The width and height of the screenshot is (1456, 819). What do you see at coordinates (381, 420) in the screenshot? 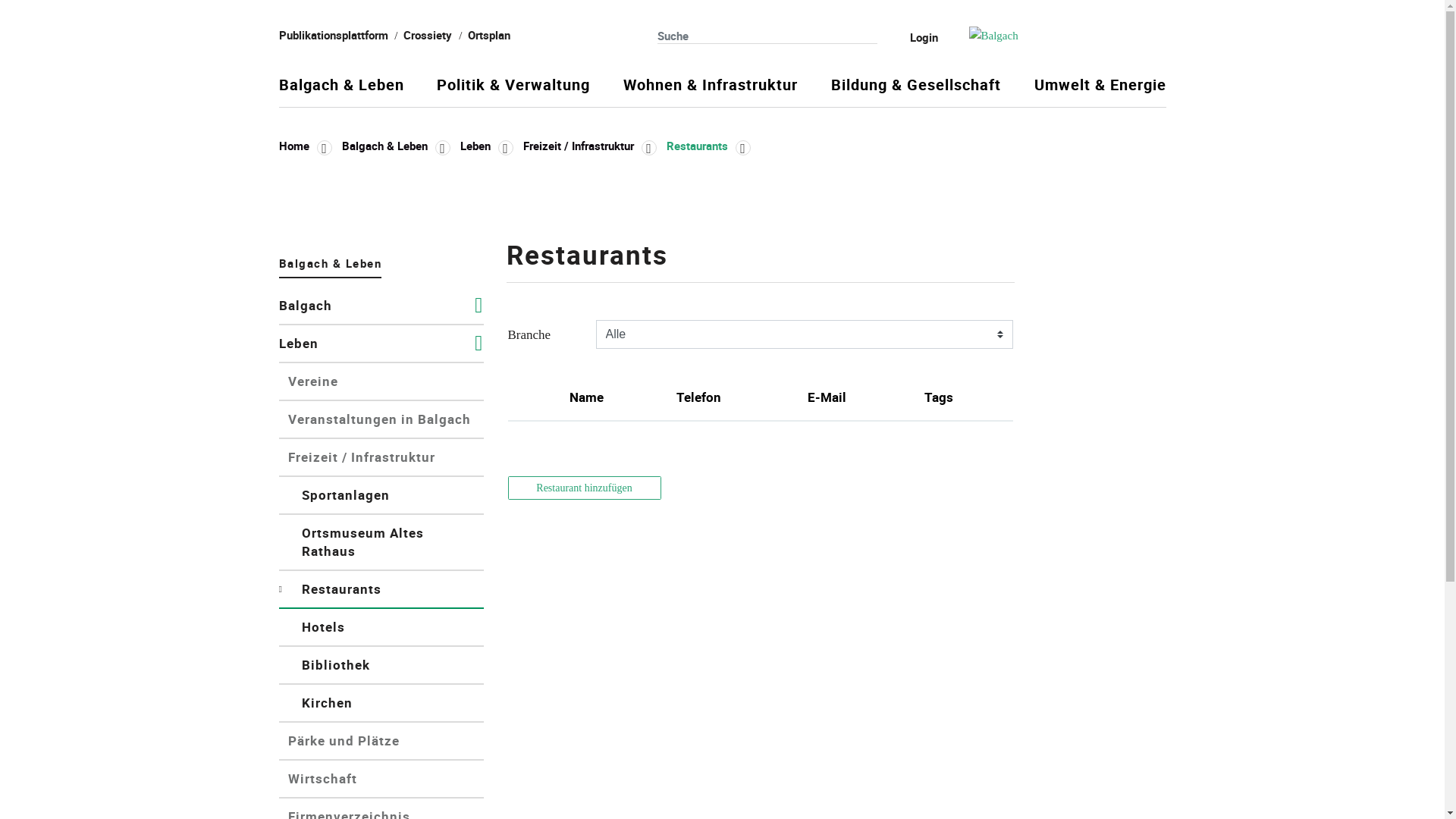
I see `'Veranstaltungen in Balgach'` at bounding box center [381, 420].